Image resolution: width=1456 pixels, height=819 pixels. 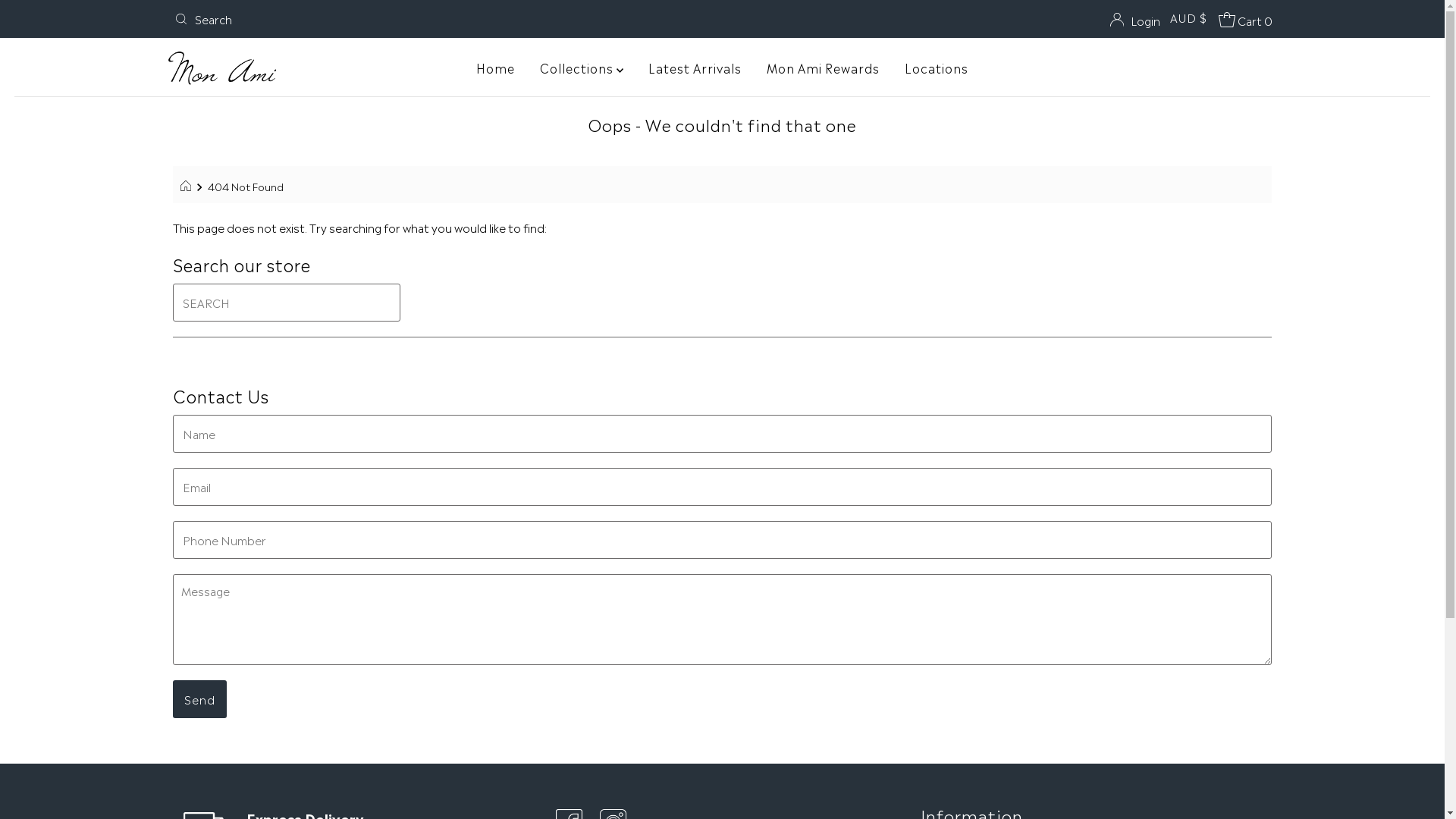 I want to click on 'Mon Ami Rewards', so click(x=822, y=66).